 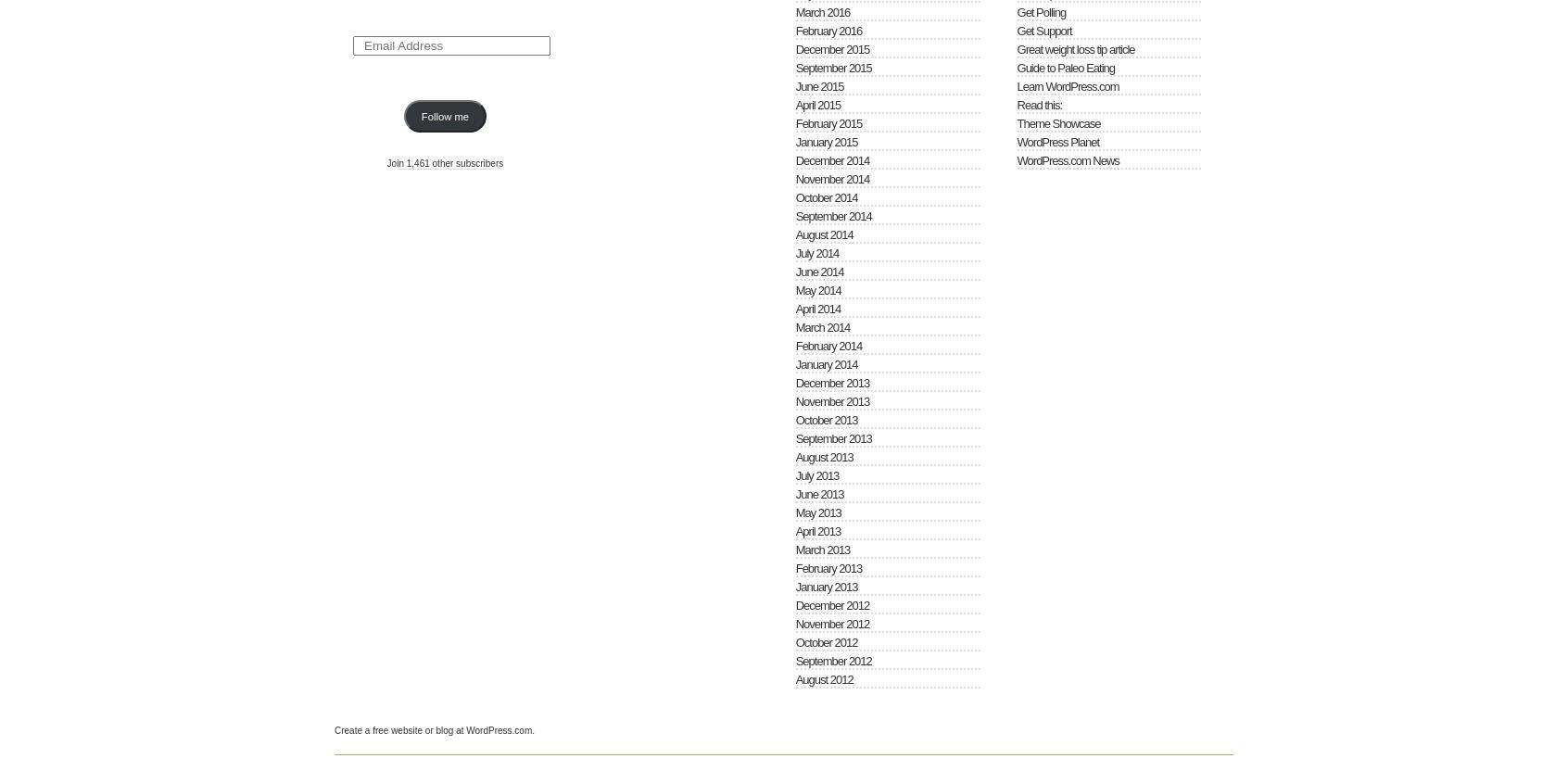 What do you see at coordinates (818, 85) in the screenshot?
I see `'June 2015'` at bounding box center [818, 85].